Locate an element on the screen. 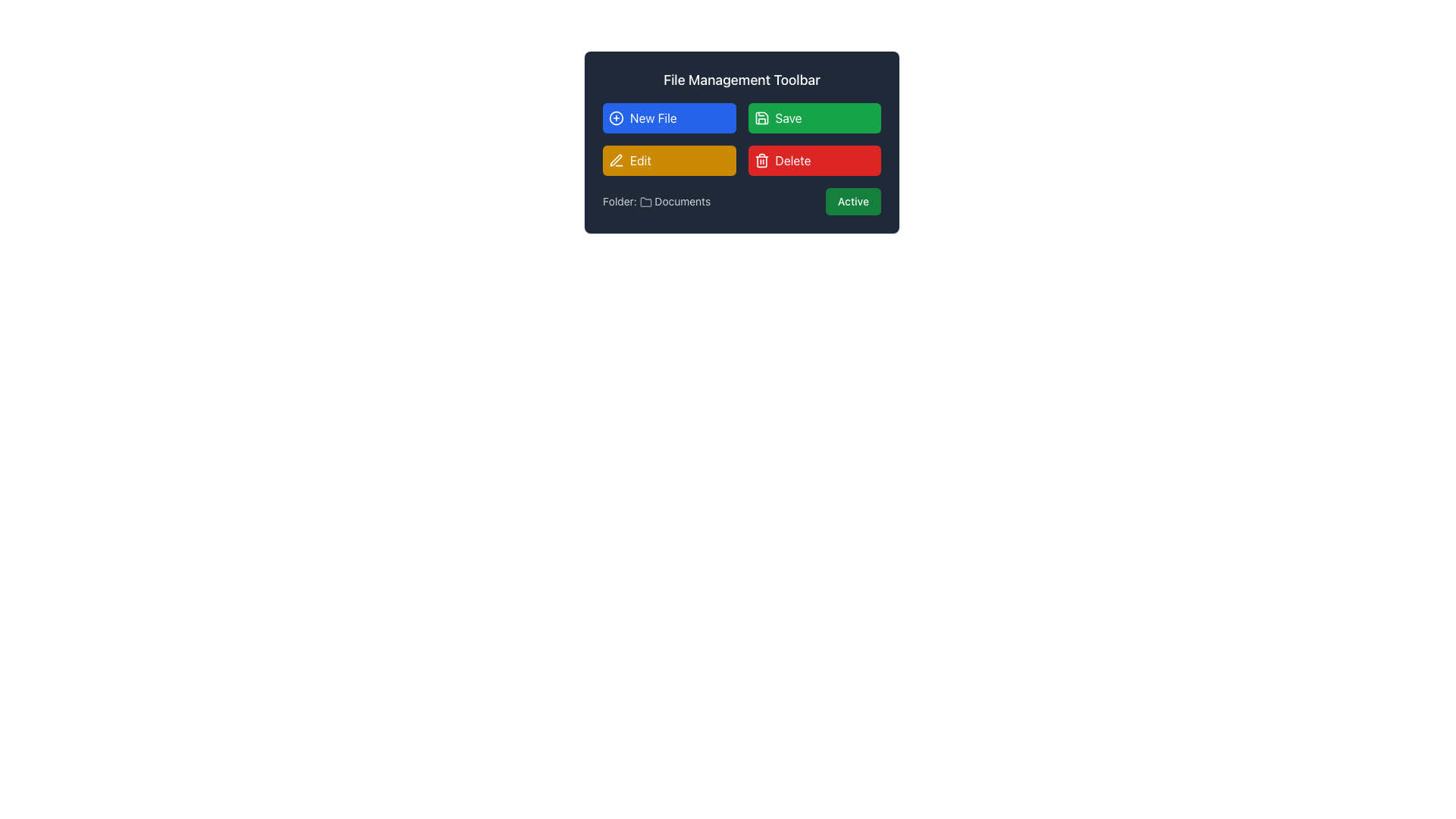 This screenshot has width=1456, height=819. the label of the 'Save' button located in the top-right area of the 'File Management Toolbar' panel is located at coordinates (789, 117).